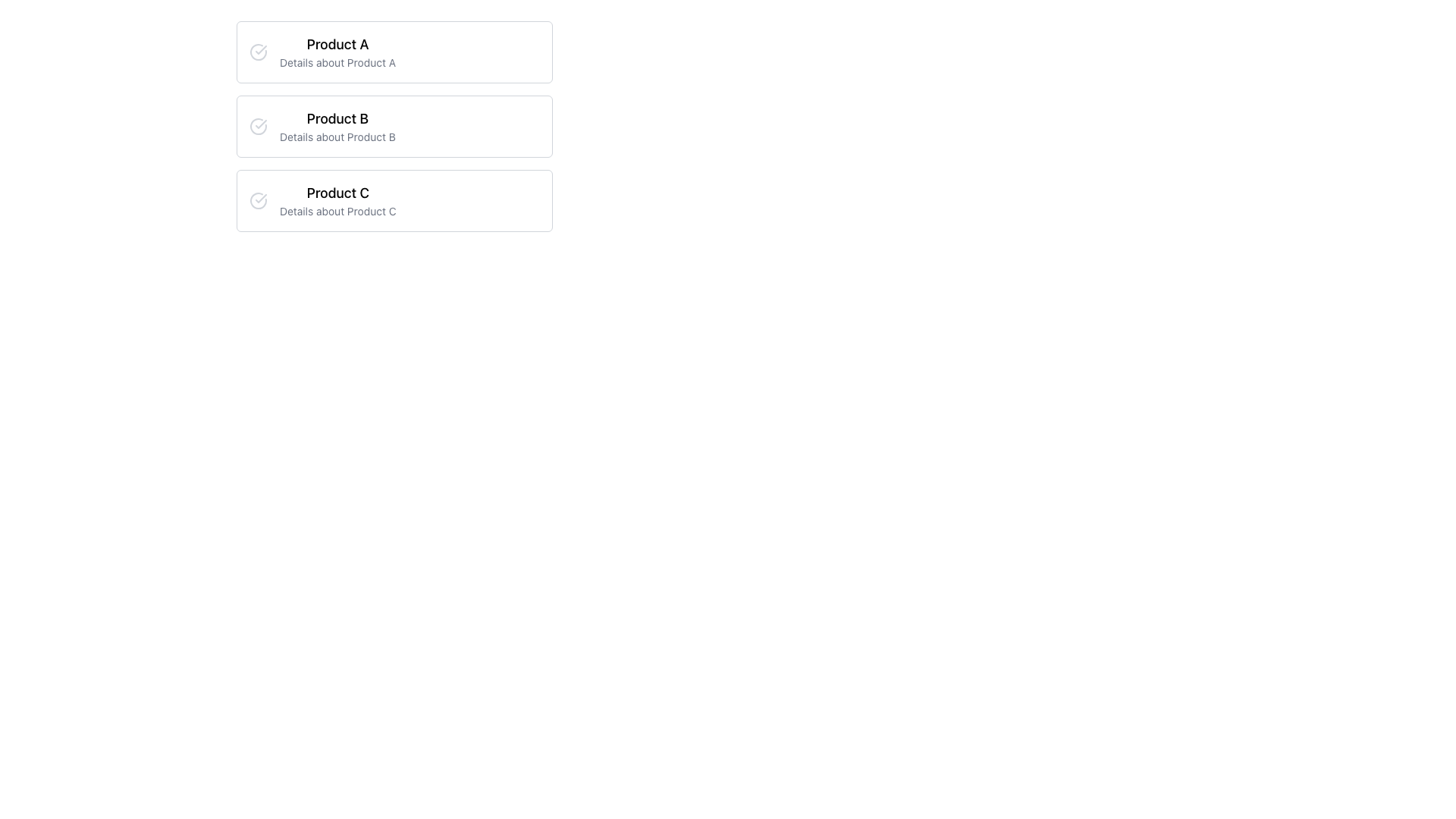 Image resolution: width=1456 pixels, height=819 pixels. I want to click on the checkmark icon that is part of the 'Product C' list item, which is a tick mark inside a circle outline, so click(261, 198).